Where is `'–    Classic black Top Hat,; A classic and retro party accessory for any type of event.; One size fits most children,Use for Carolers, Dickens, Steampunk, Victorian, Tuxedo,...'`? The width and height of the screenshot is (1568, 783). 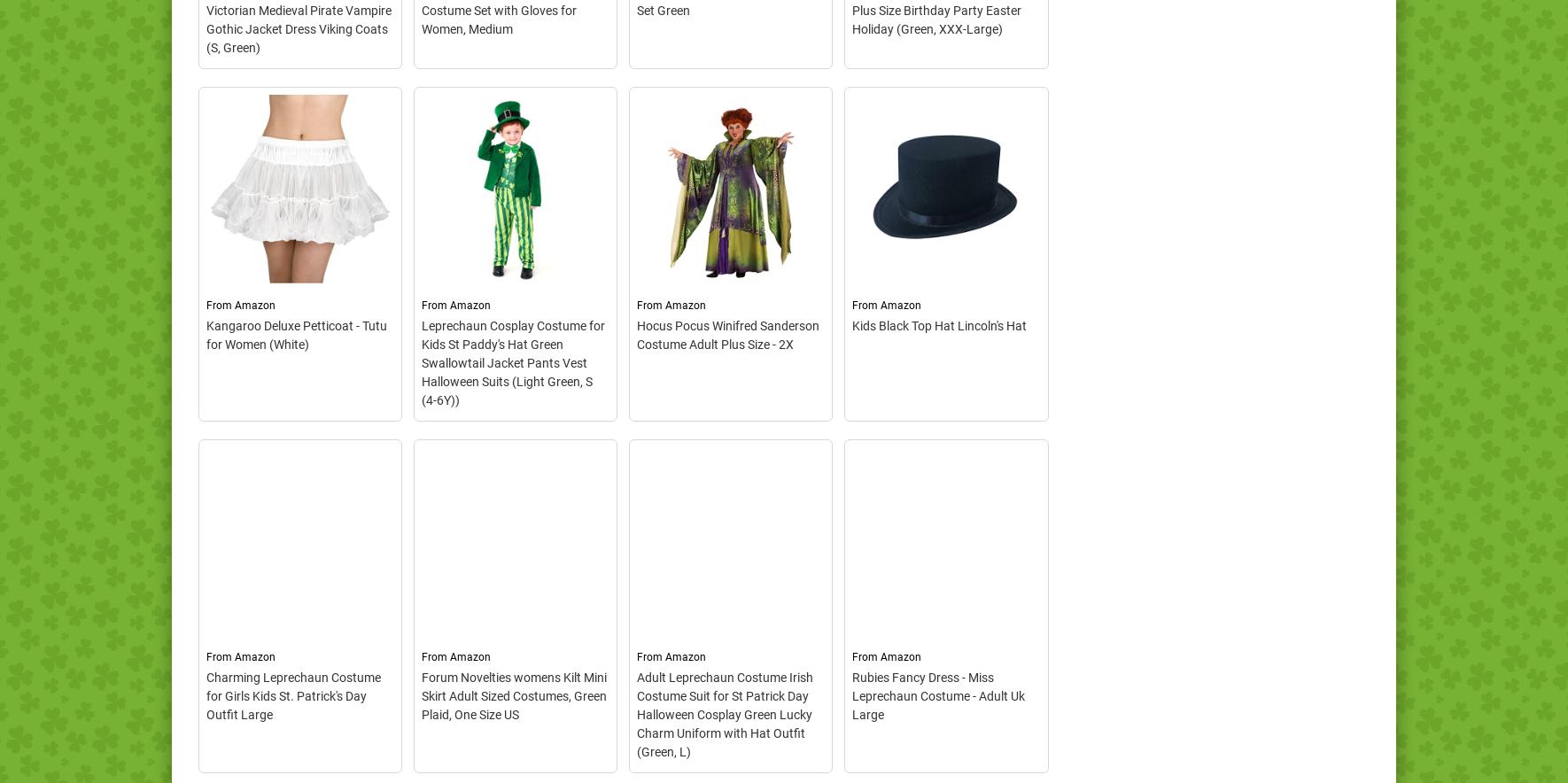
'–    Classic black Top Hat,; A classic and retro party accessory for any type of event.; One size fits most children,Use for Carolers, Dickens, Steampunk, Victorian, Tuxedo,...' is located at coordinates (943, 636).